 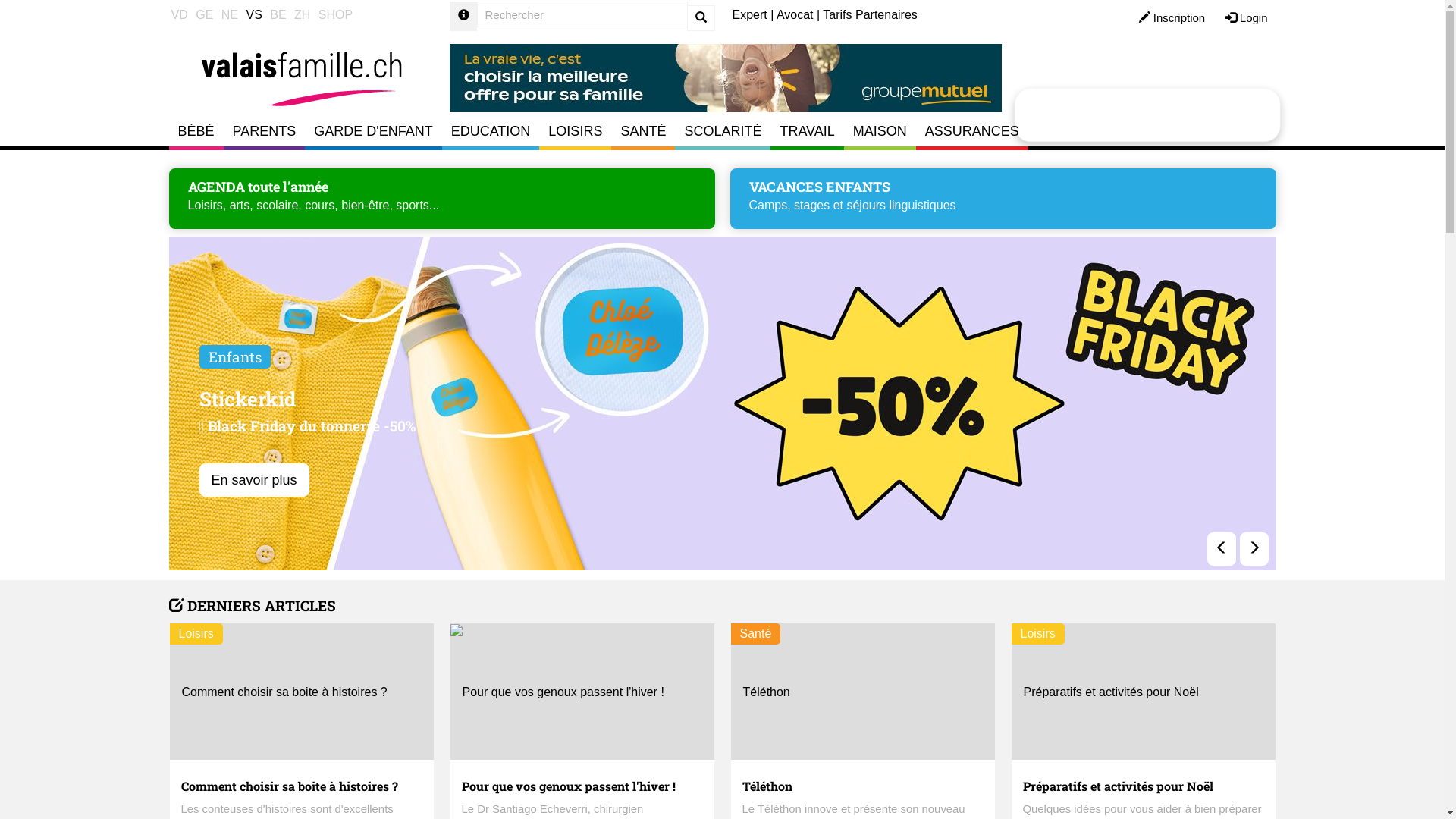 What do you see at coordinates (265, 130) in the screenshot?
I see `'PARENTS'` at bounding box center [265, 130].